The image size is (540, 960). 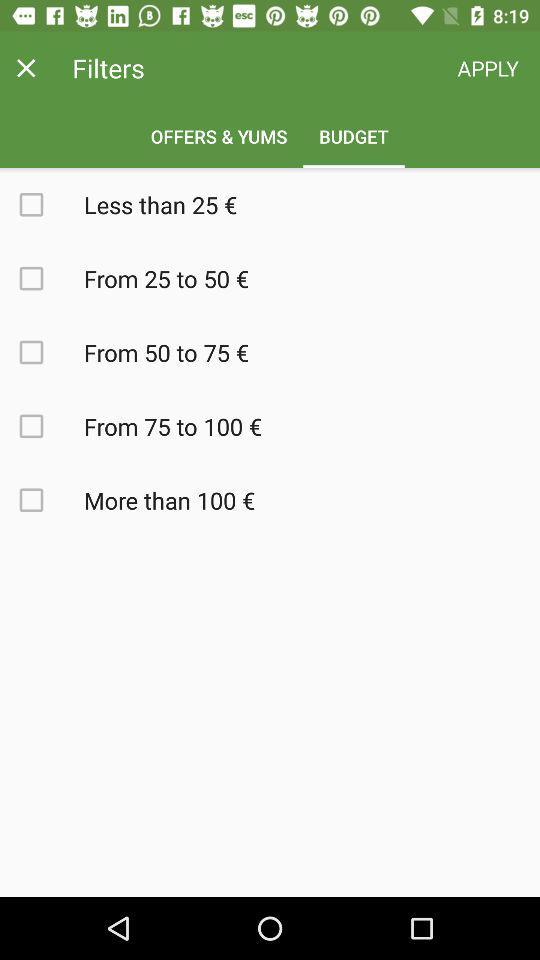 I want to click on more than 100 option, so click(x=42, y=499).